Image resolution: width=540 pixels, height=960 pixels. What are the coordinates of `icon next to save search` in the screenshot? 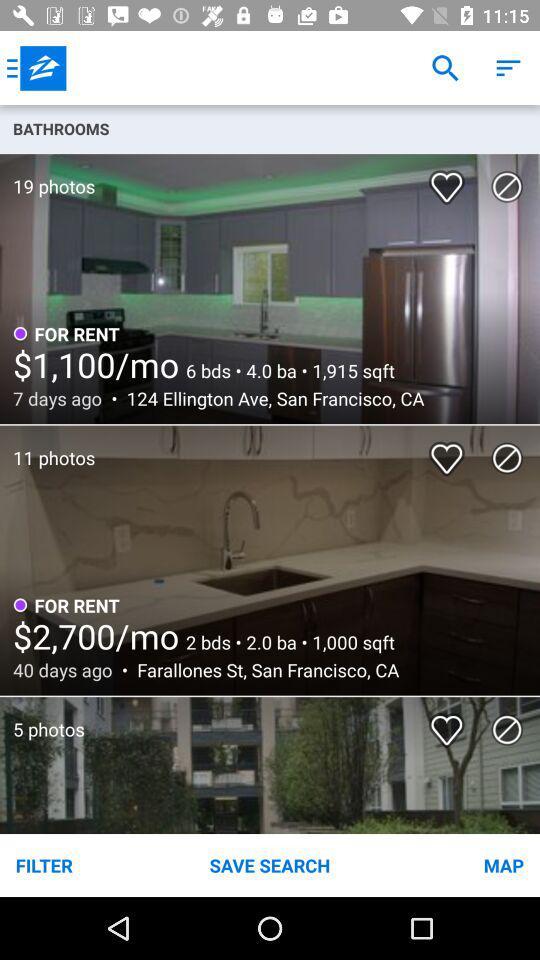 It's located at (449, 864).